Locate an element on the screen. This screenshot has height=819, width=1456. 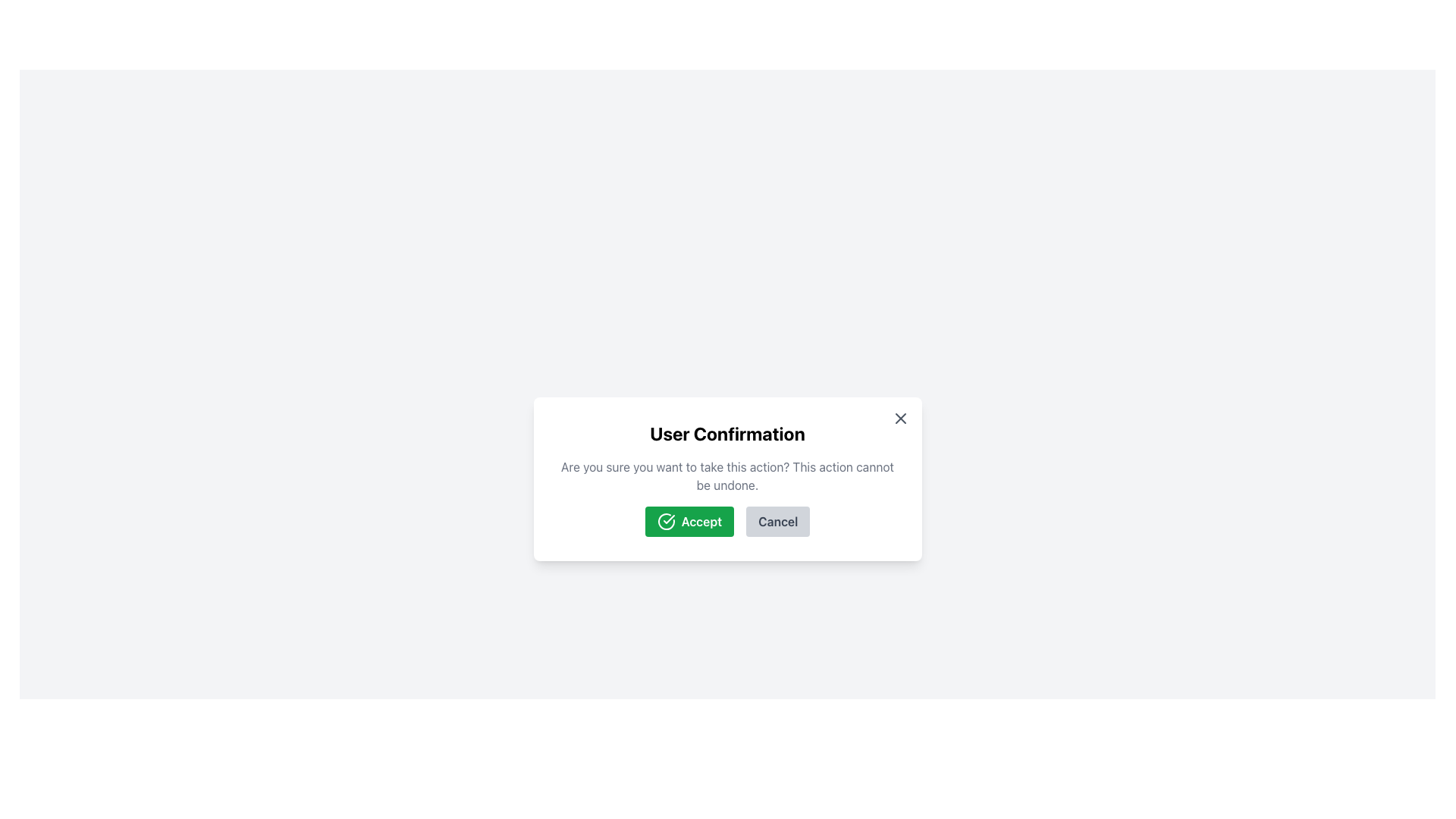
the 'Accept' button within the button group in the modal dialog to confirm the action is located at coordinates (726, 520).